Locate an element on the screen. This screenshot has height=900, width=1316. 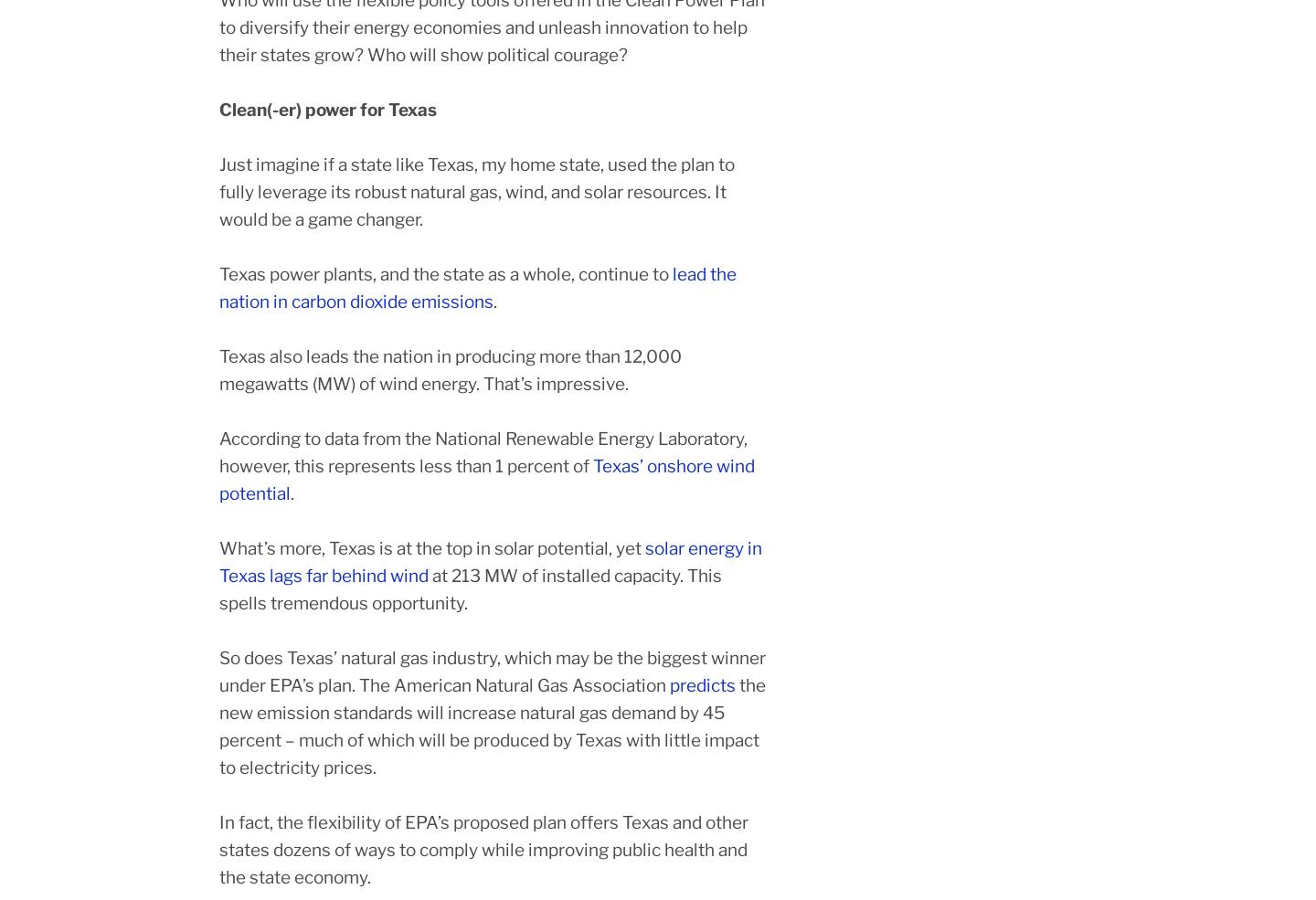
'Members' is located at coordinates (1007, 644).